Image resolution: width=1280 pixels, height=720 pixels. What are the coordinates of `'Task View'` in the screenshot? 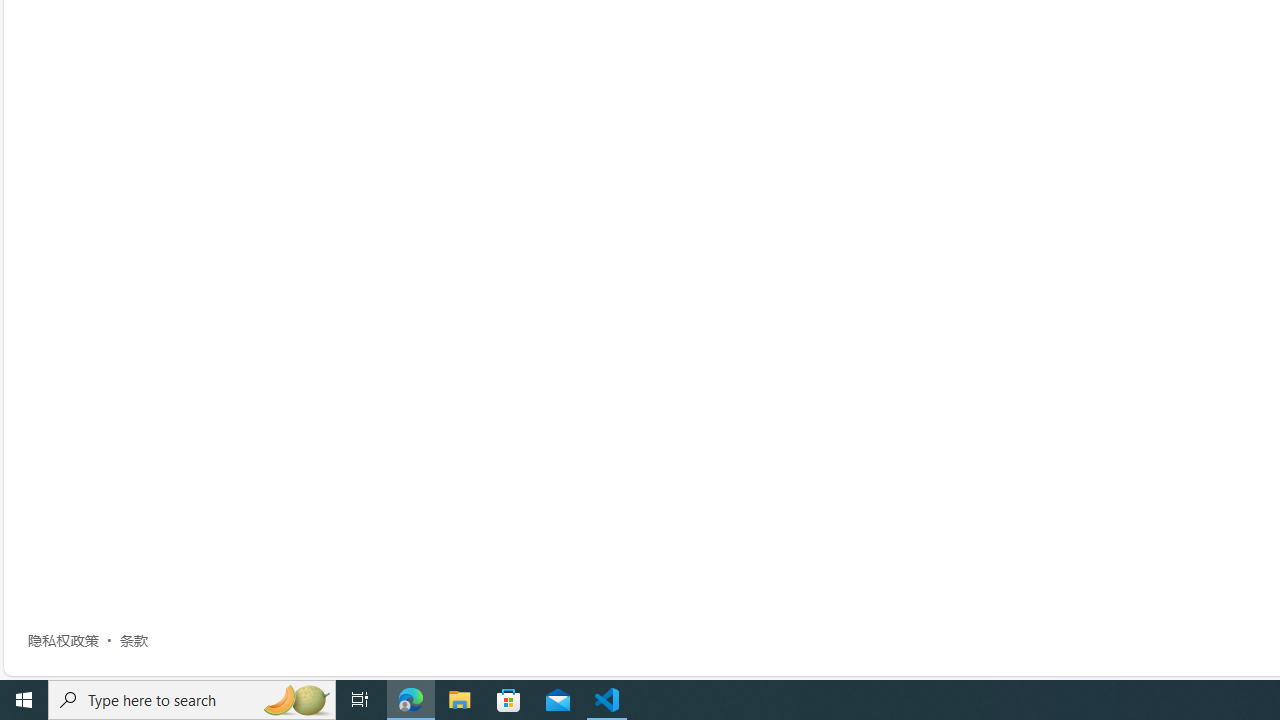 It's located at (359, 698).